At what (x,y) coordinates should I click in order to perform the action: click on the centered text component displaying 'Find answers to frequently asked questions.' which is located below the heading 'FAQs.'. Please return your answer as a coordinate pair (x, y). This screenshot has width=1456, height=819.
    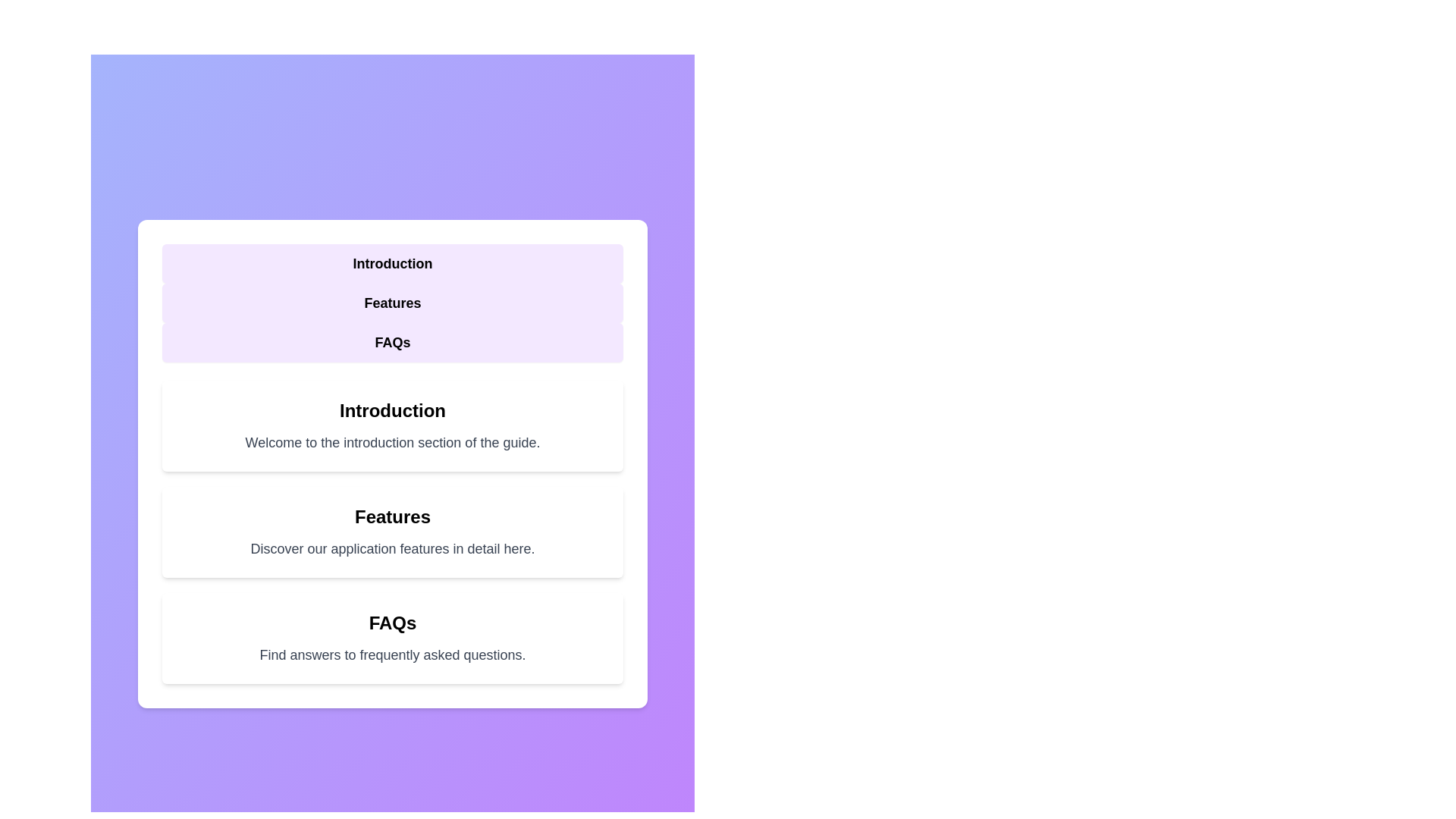
    Looking at the image, I should click on (393, 654).